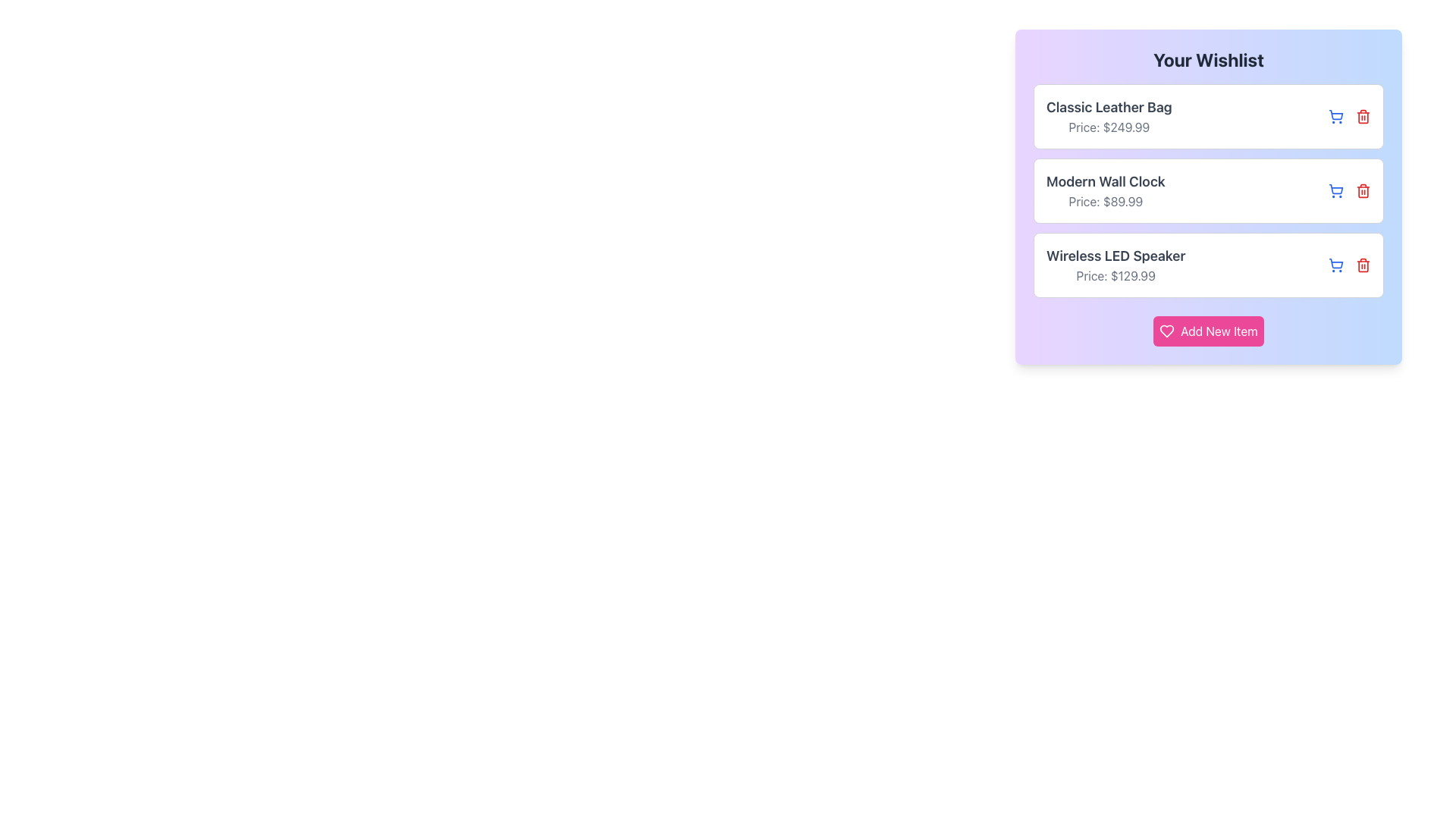 The height and width of the screenshot is (819, 1456). Describe the element at coordinates (1116, 275) in the screenshot. I see `text label that informs the user about the price of the 'Wireless LED Speaker' in the wishlist, located below the title and above the icons for cart and delete` at that location.